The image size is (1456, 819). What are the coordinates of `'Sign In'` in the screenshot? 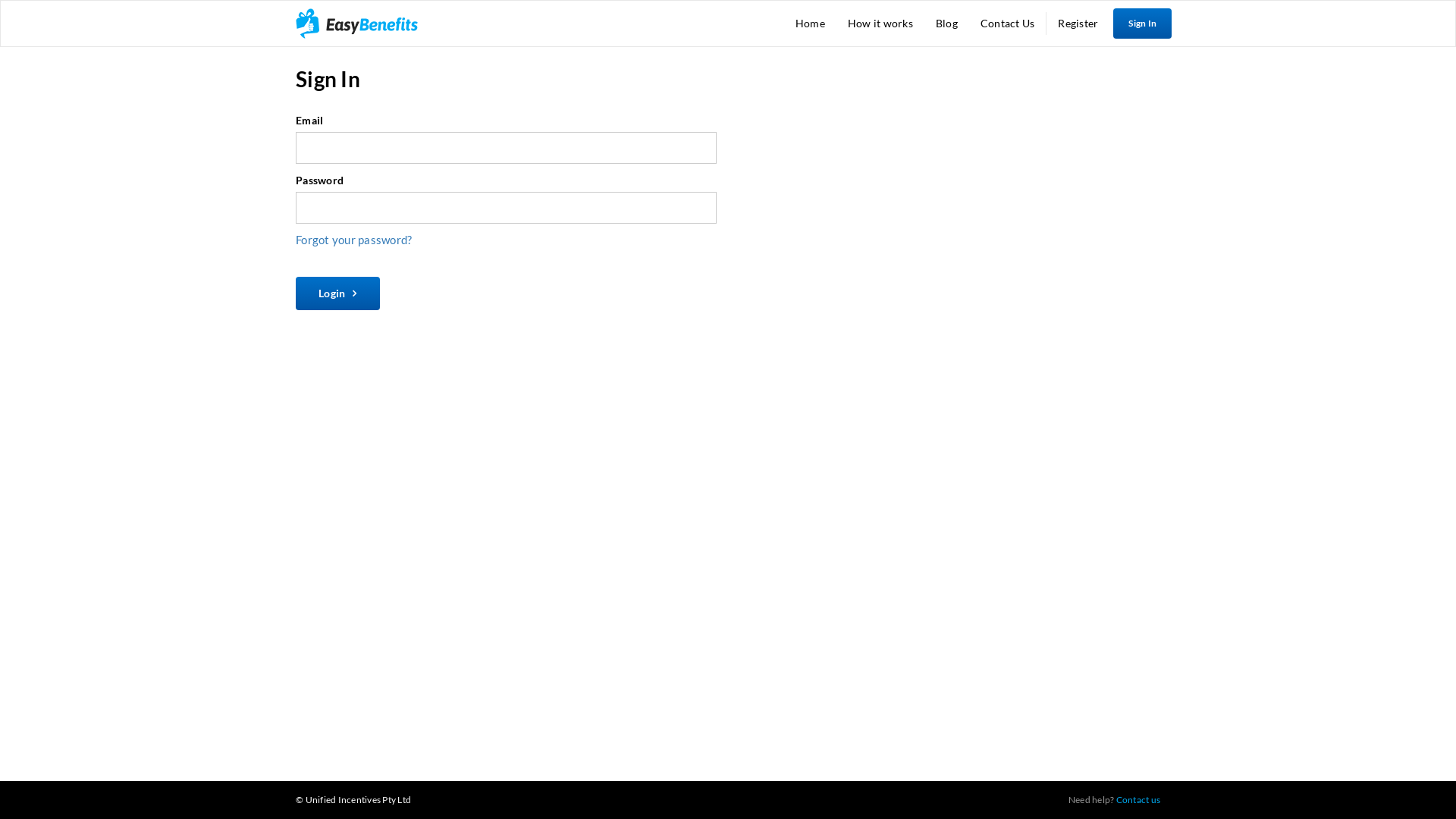 It's located at (1113, 23).